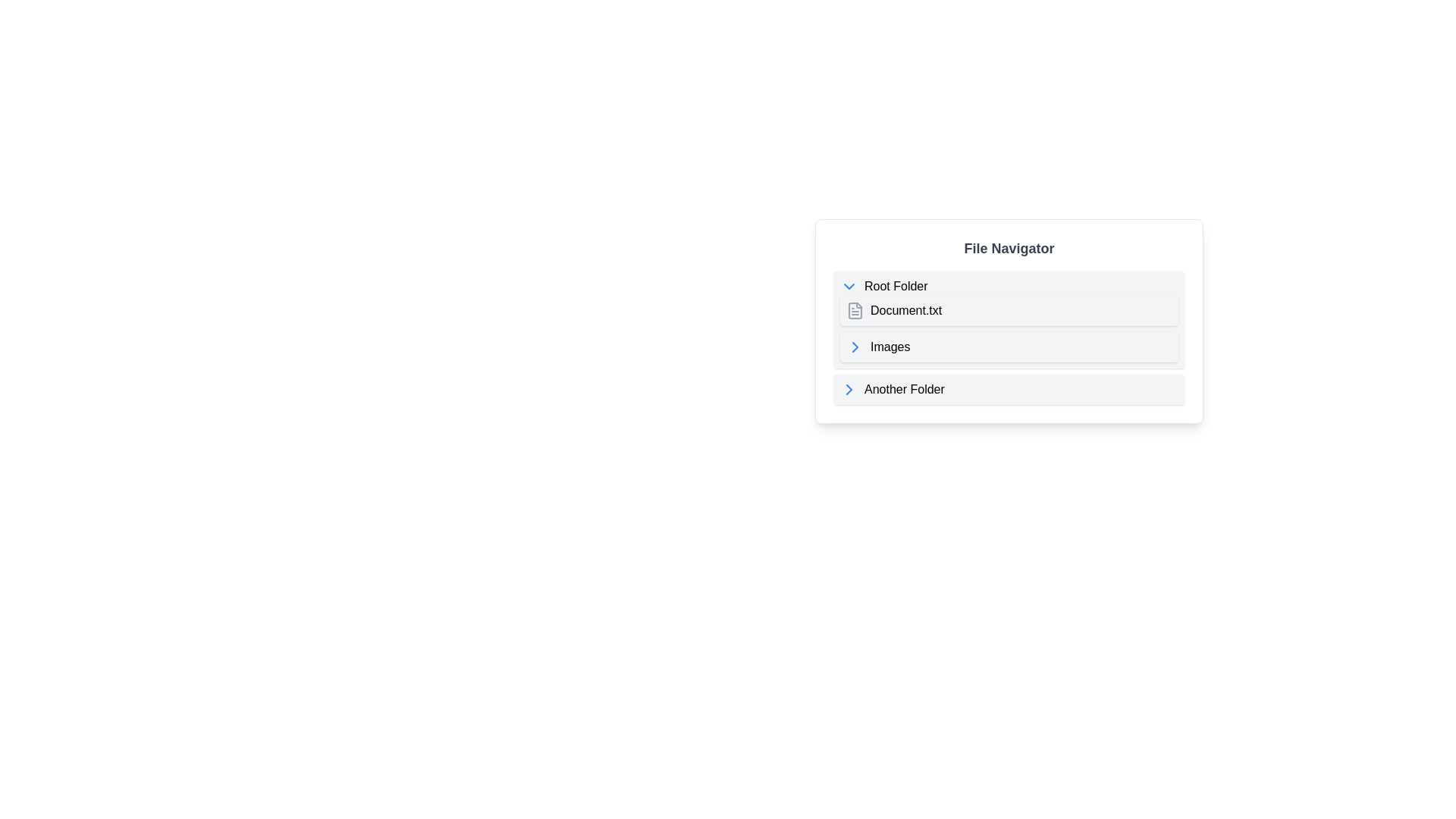 This screenshot has width=1456, height=819. What do you see at coordinates (855, 309) in the screenshot?
I see `the icon representing the file 'Document.txt'` at bounding box center [855, 309].